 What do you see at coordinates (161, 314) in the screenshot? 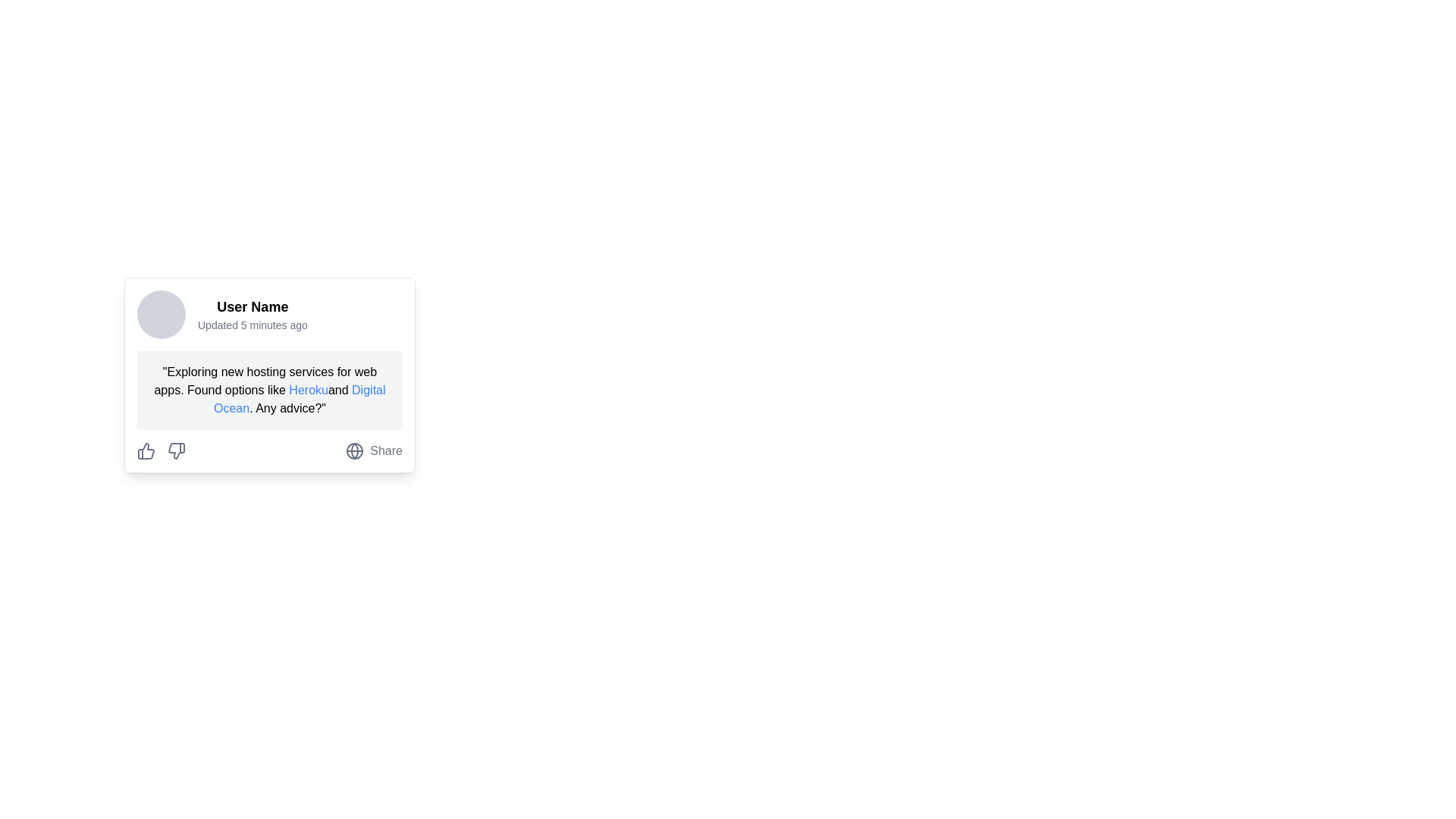
I see `the circular badge with a light gray background located to the left of 'User Name' and 'Updated 5 minutes ago' within the user information card` at bounding box center [161, 314].